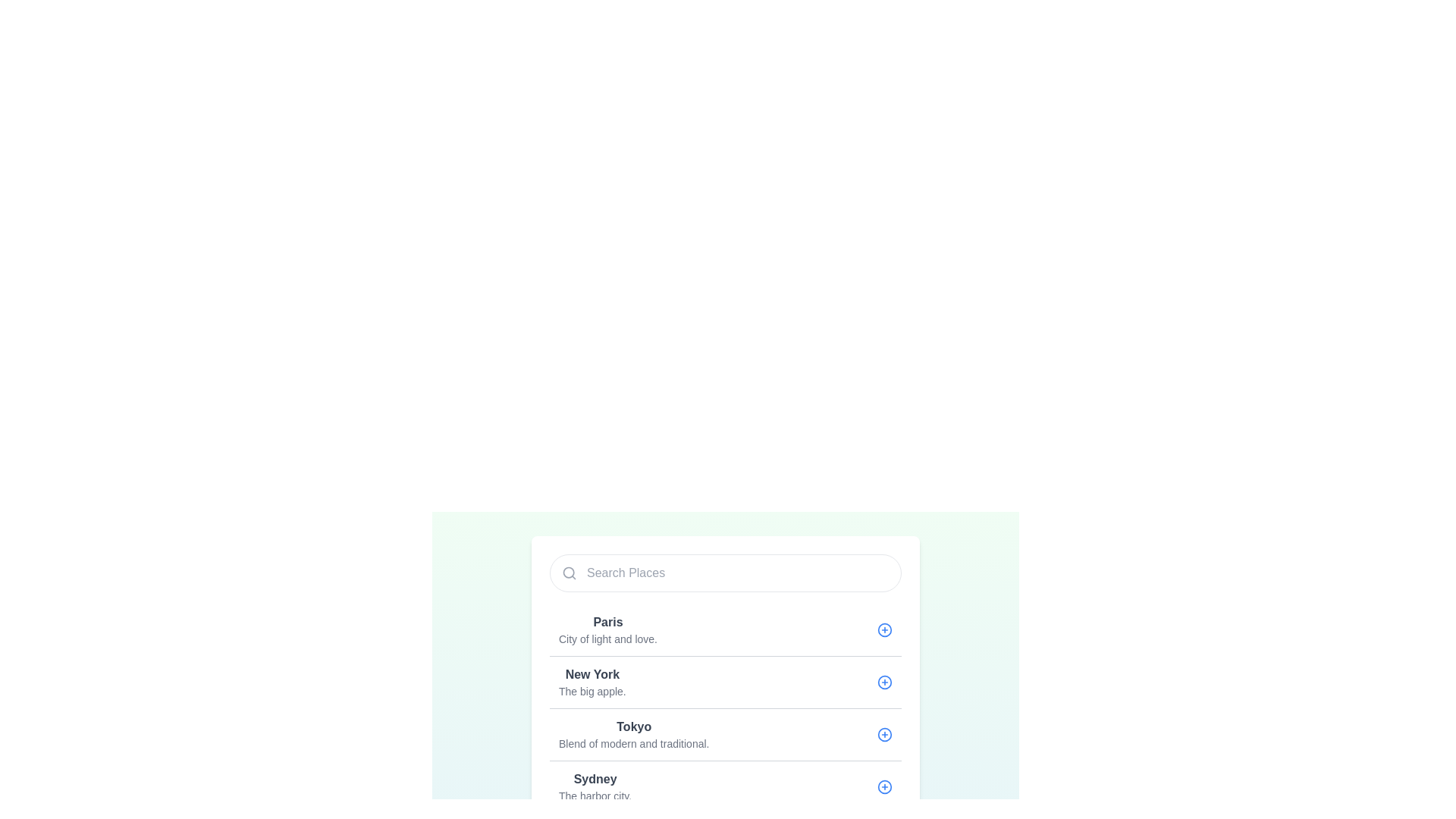 The image size is (1456, 819). Describe the element at coordinates (884, 629) in the screenshot. I see `the circular shape within the SVG icon that is styled with a blue hue, located to the right of the list item text 'Paris'` at that location.